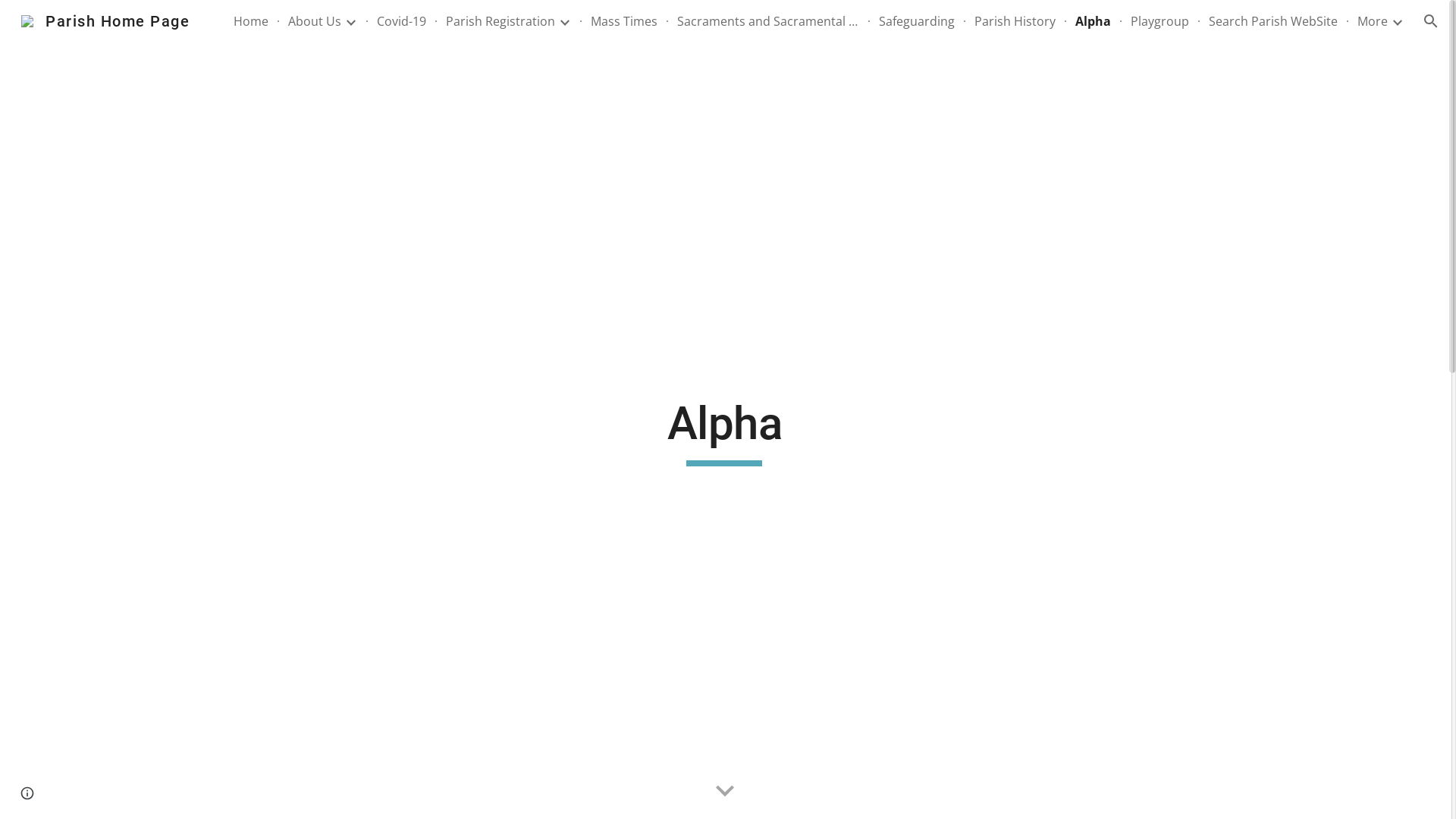 This screenshot has width=1456, height=819. I want to click on 'Sacraments and Sacramental Program', so click(767, 20).